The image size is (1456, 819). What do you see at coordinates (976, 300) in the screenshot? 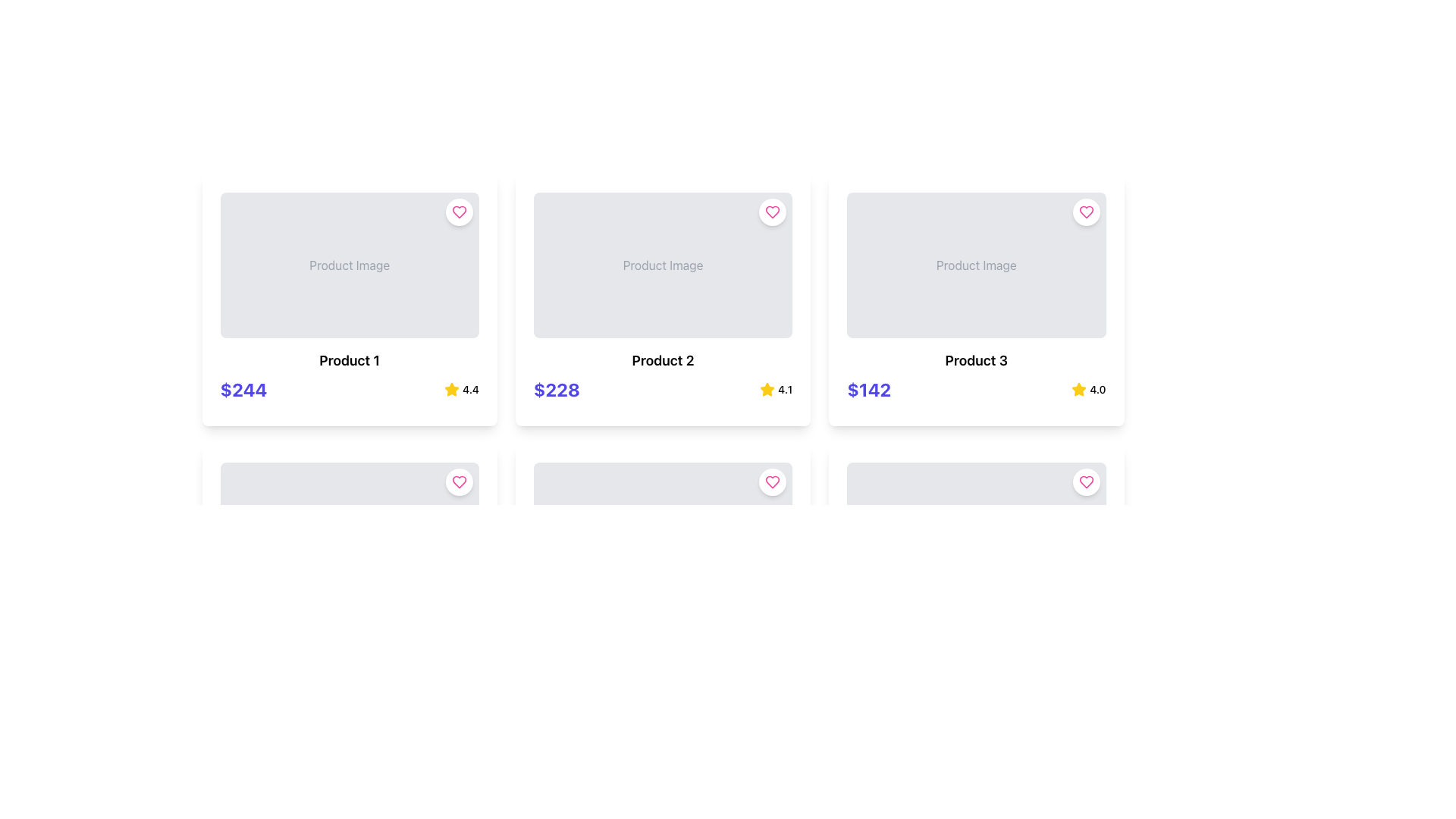
I see `the third product card in the grid layout` at bounding box center [976, 300].